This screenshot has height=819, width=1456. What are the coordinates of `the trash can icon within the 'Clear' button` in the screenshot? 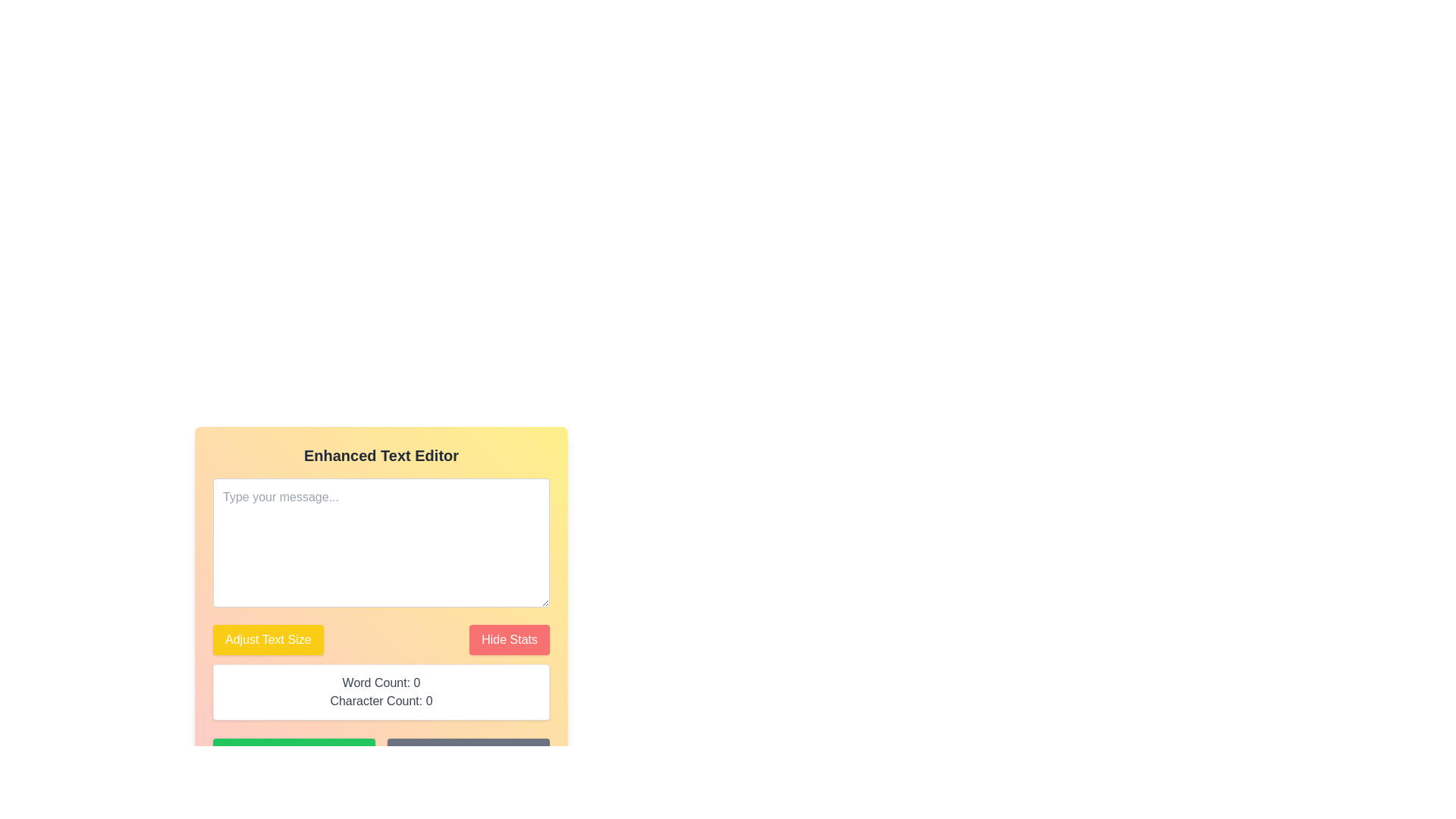 It's located at (450, 754).